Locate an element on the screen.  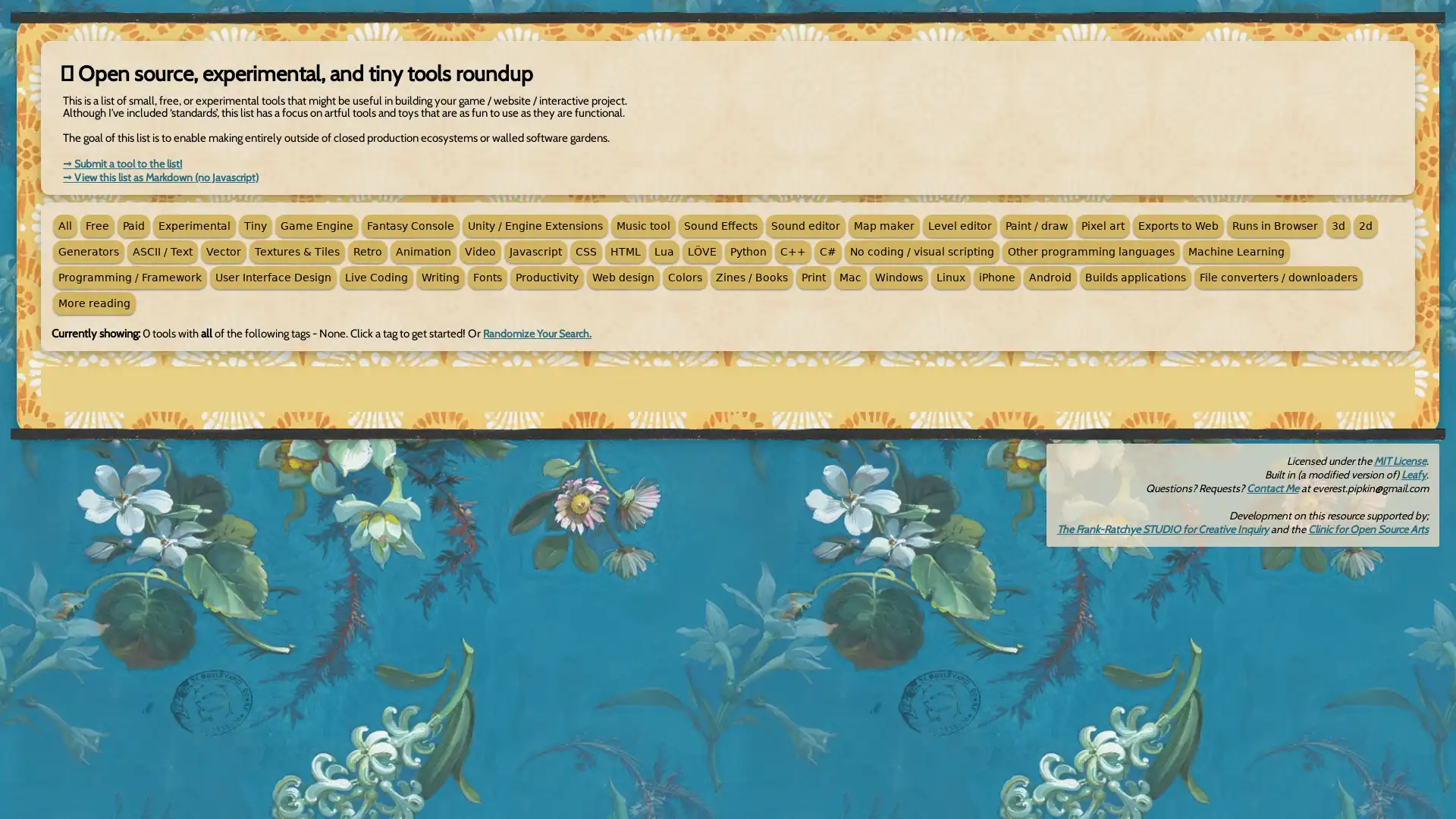
Colors is located at coordinates (684, 278).